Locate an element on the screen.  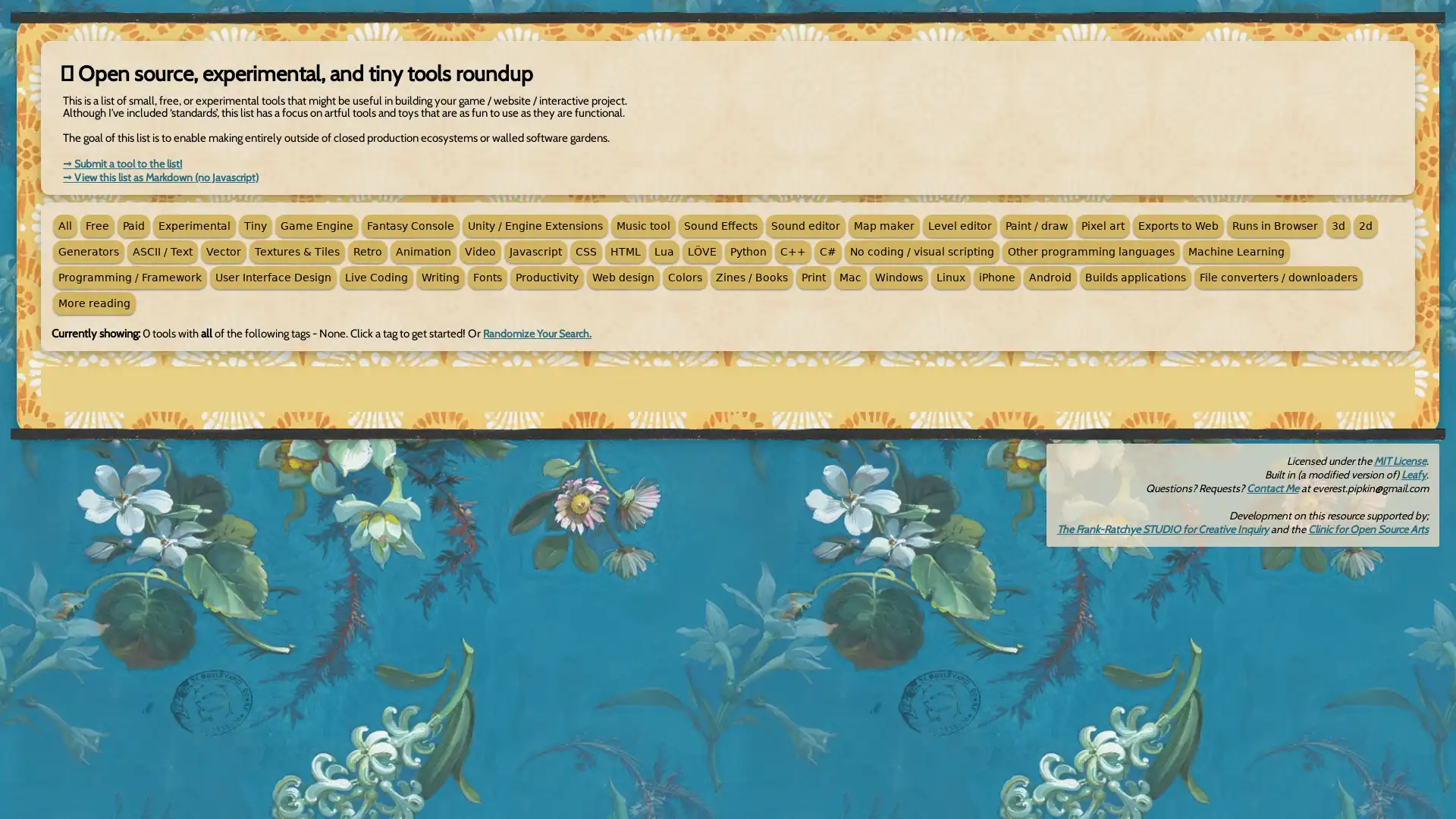
Colors is located at coordinates (684, 278).